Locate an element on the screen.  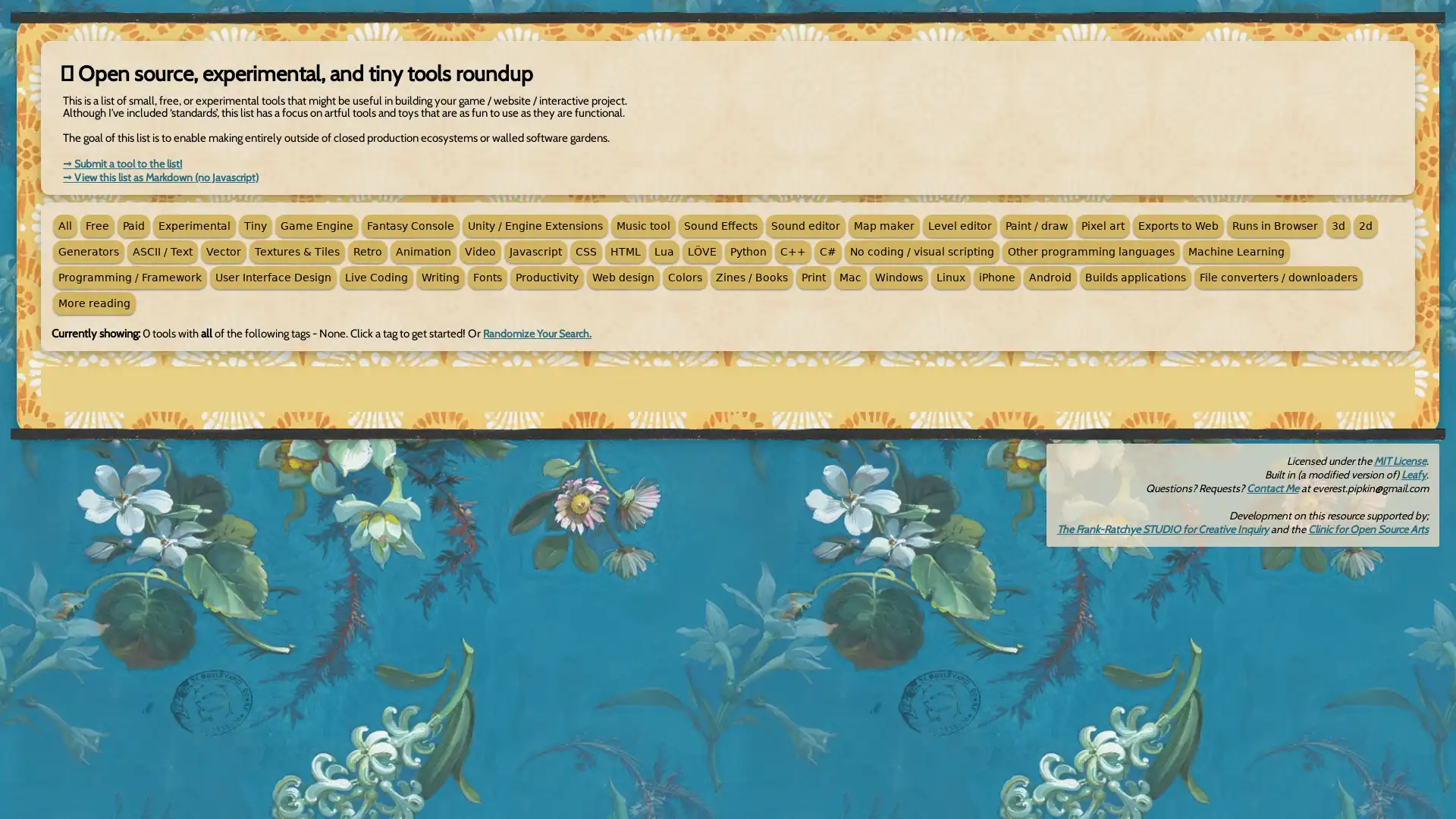
Colors is located at coordinates (684, 278).